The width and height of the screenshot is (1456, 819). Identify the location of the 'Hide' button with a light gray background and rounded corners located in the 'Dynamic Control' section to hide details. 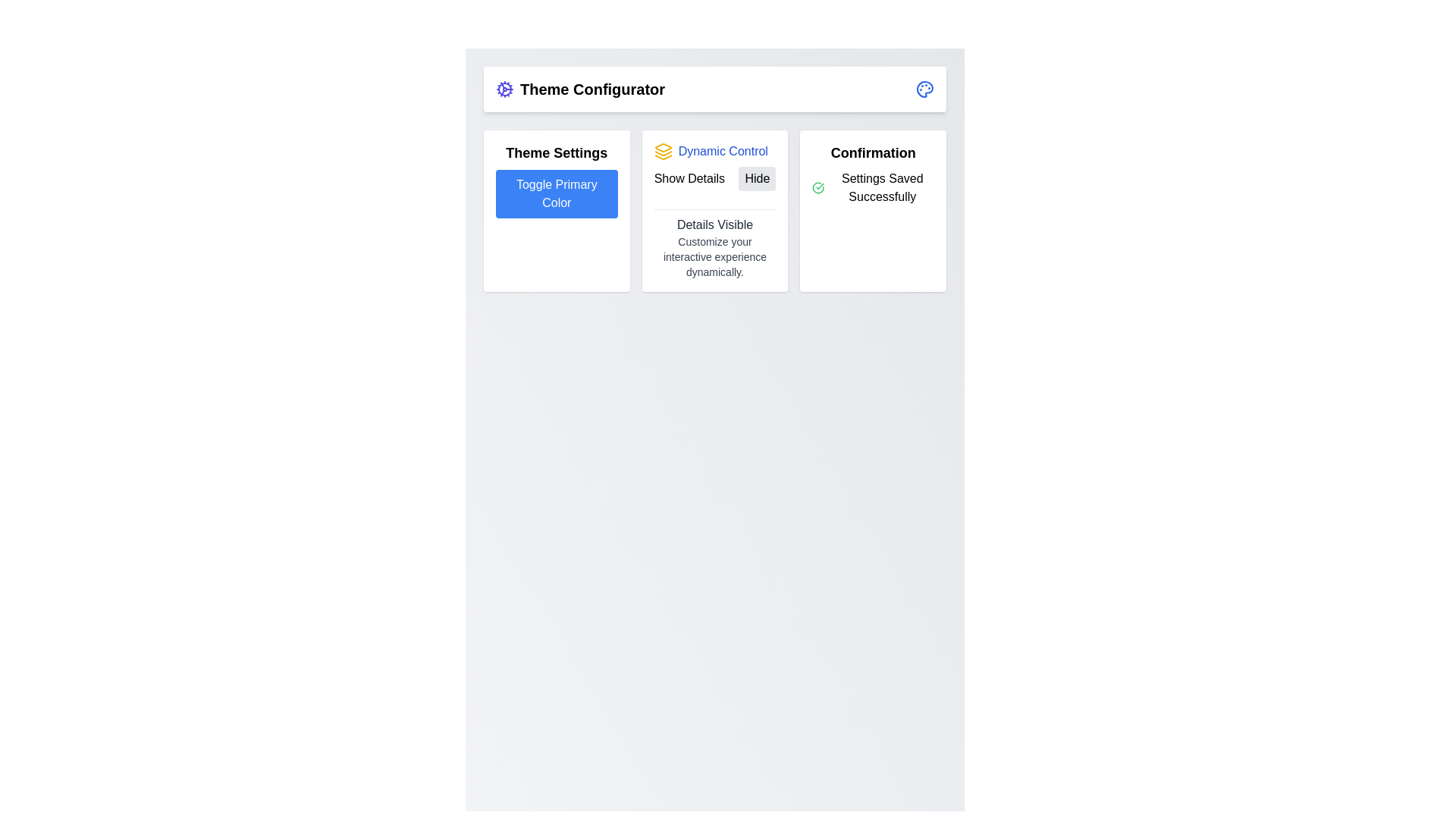
(757, 177).